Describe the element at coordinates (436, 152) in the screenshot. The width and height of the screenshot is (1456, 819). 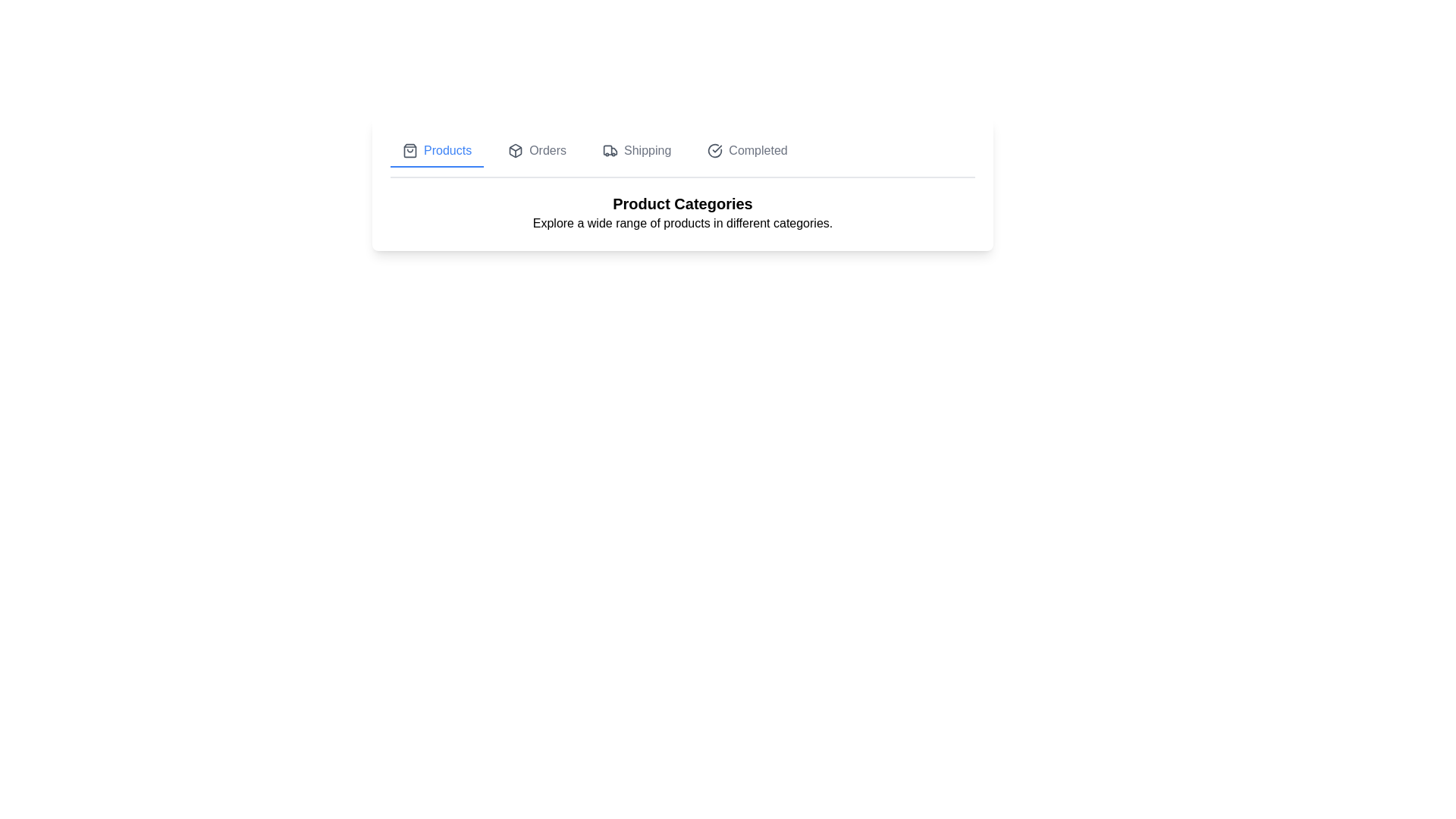
I see `the 'Products' navigation tab` at that location.